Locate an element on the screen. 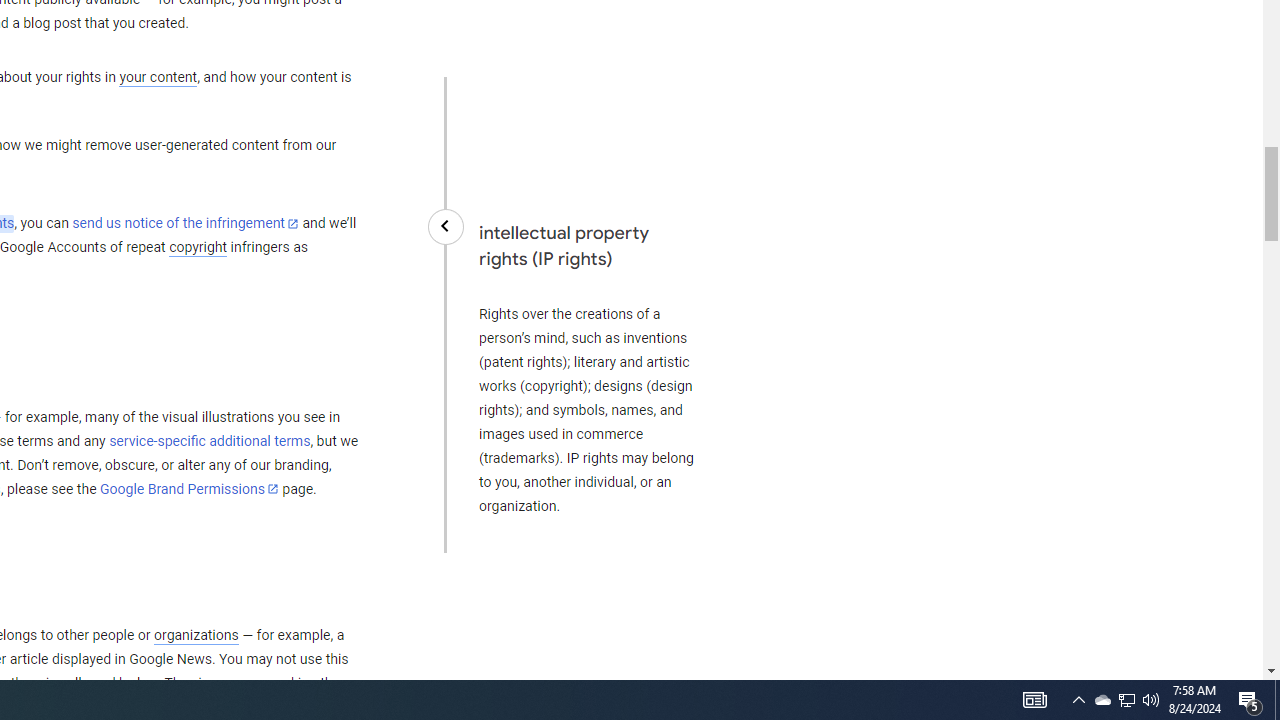 This screenshot has width=1280, height=720. 'service-specific additional terms' is located at coordinates (209, 440).